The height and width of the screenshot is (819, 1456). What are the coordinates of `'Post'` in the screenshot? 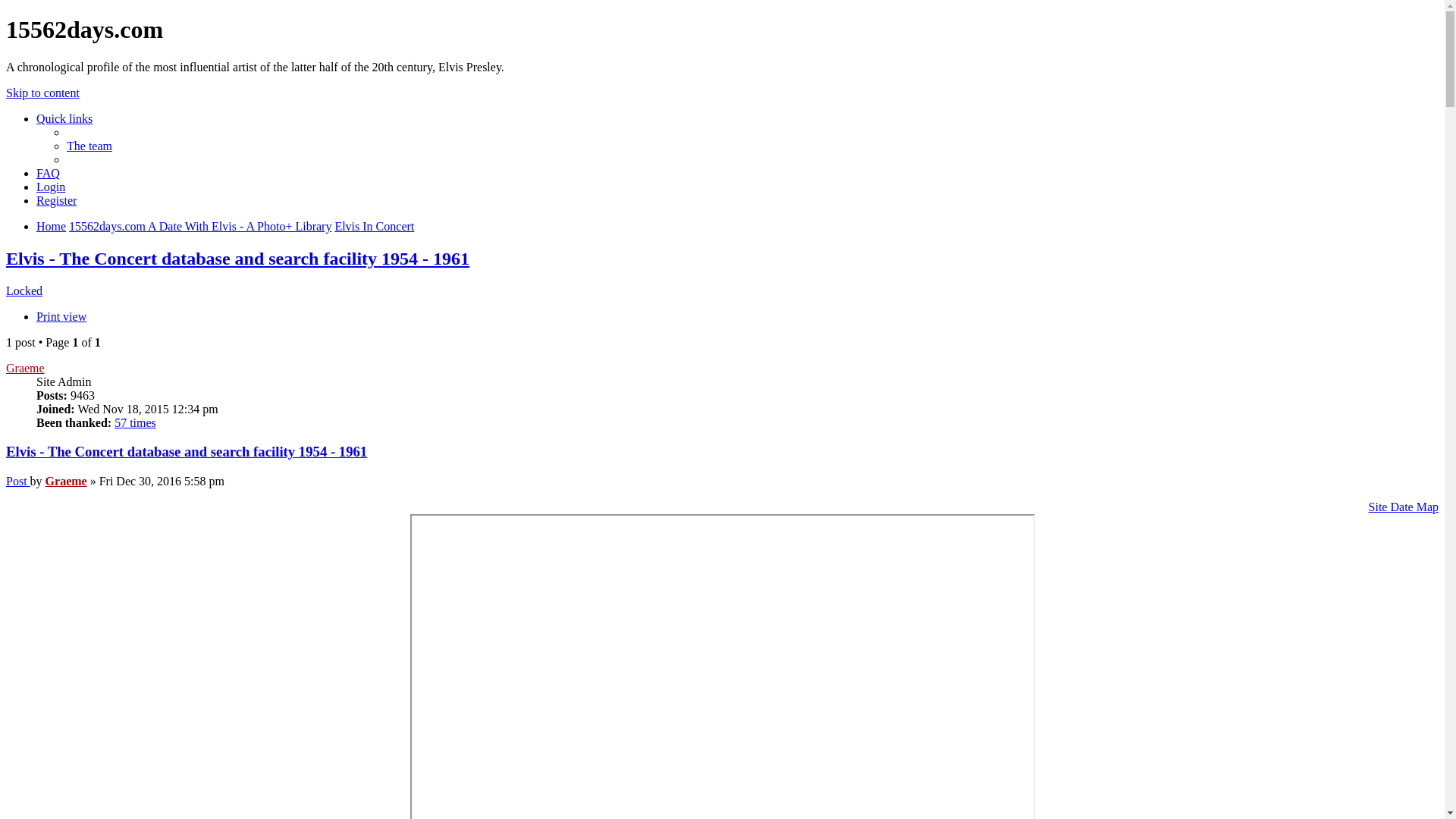 It's located at (18, 481).